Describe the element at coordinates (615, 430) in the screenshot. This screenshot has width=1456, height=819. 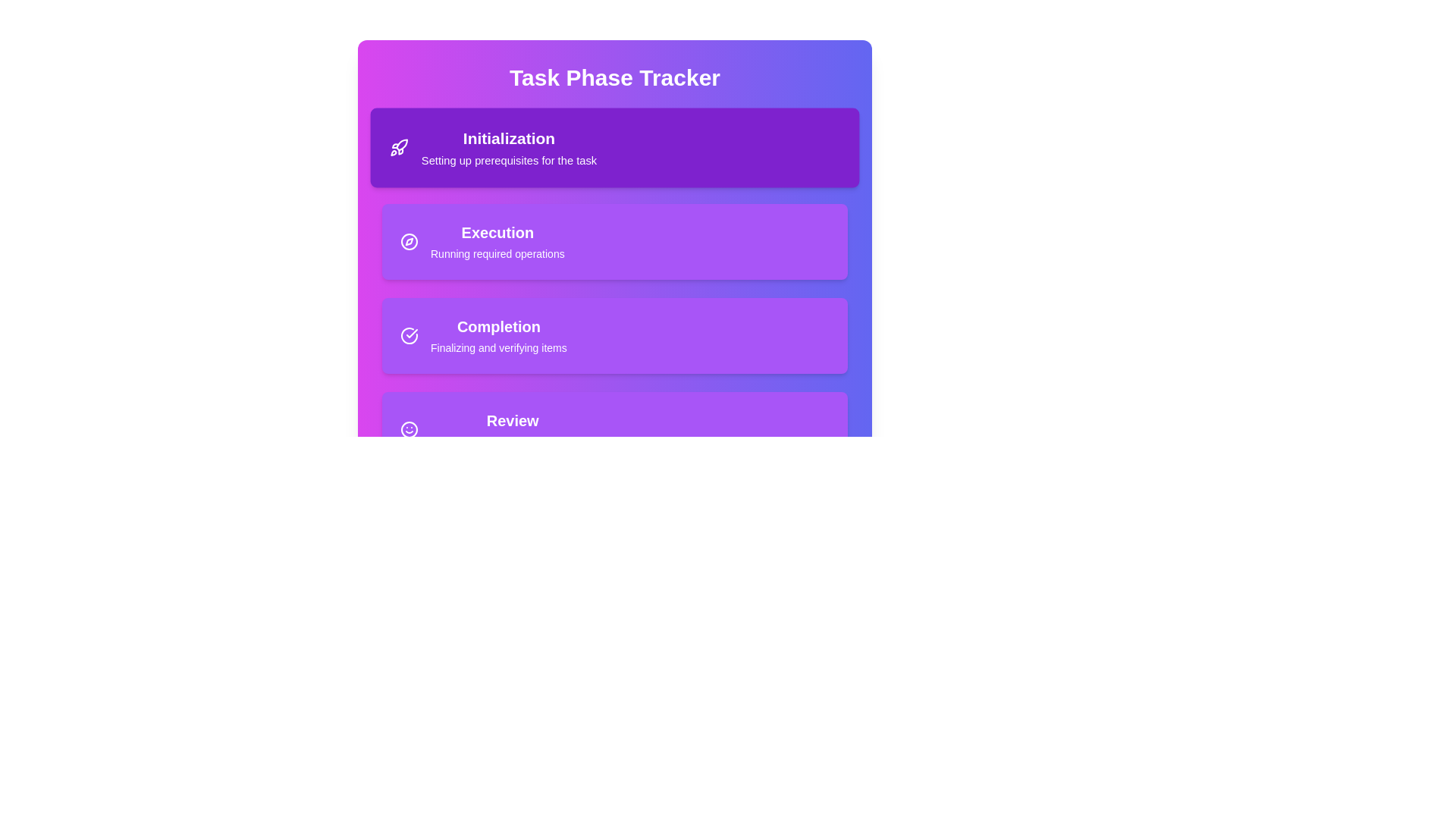
I see `the informational card that summarizes the 'Review' phase with the description 'Assessing outcomes and learnings'. It is the last card in the Task Phase Tracker group, located below the 'Completion' card` at that location.